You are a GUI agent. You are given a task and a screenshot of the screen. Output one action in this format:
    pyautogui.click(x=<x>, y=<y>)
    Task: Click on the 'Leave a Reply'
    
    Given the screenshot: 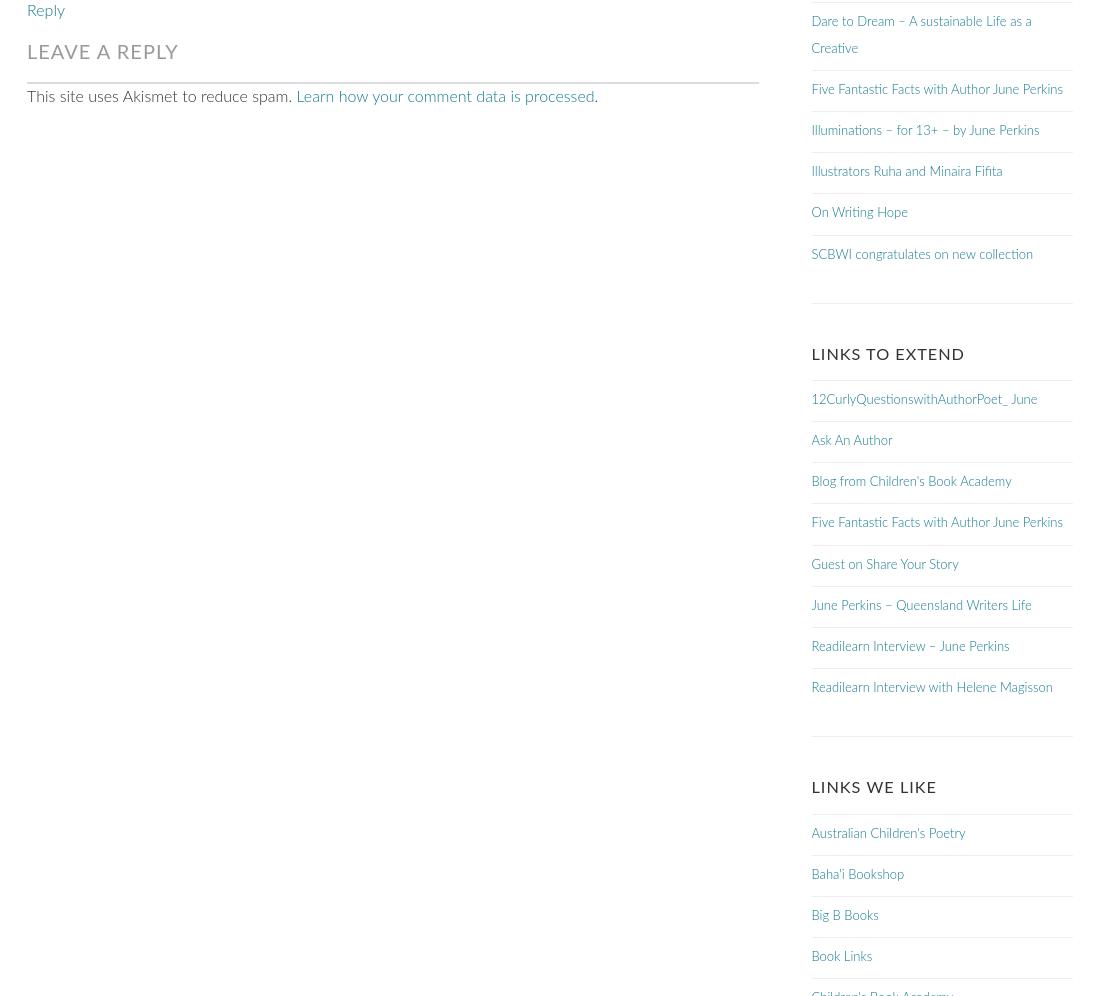 What is the action you would take?
    pyautogui.click(x=102, y=50)
    